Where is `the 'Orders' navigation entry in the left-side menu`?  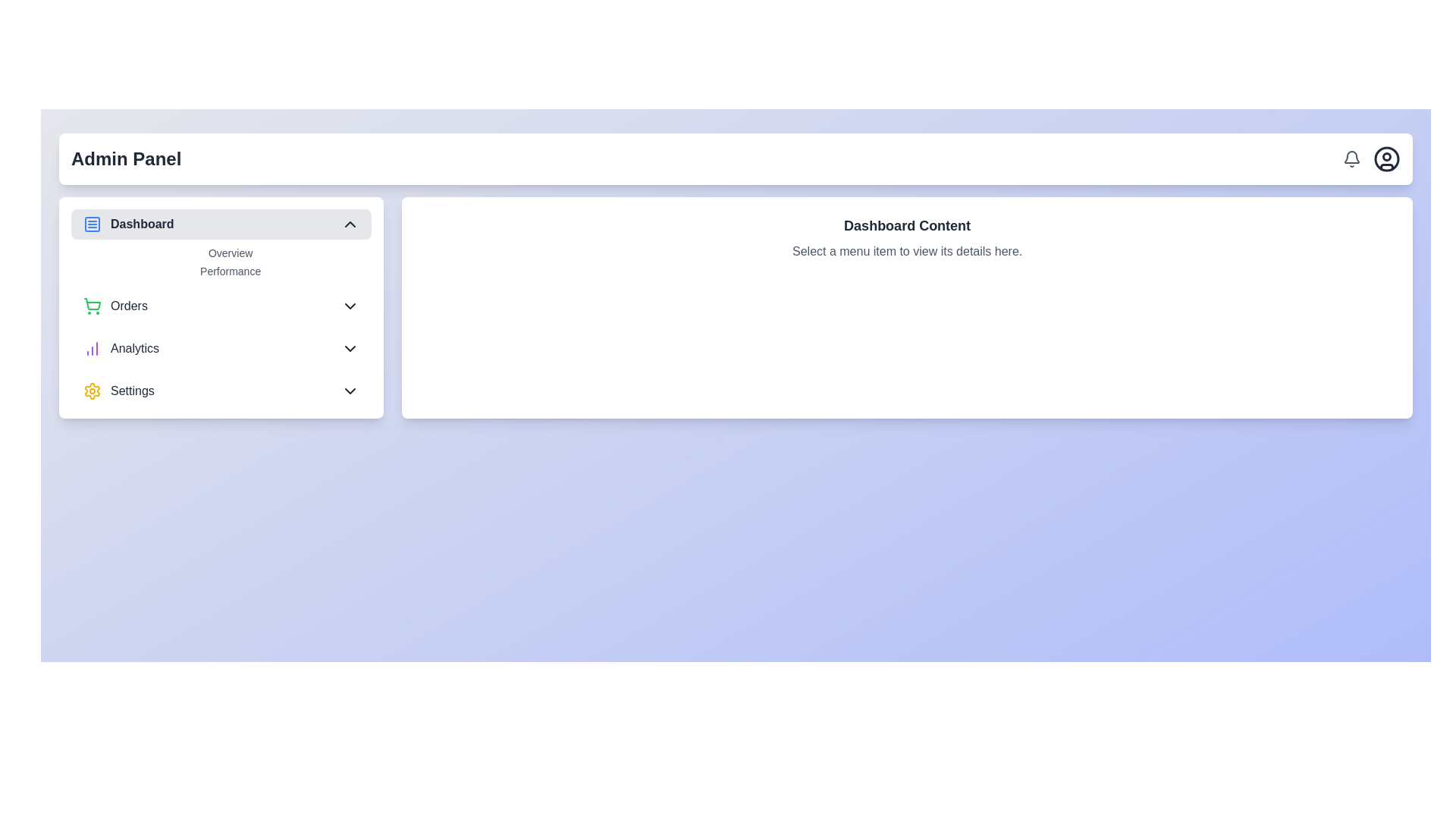 the 'Orders' navigation entry in the left-side menu is located at coordinates (221, 307).